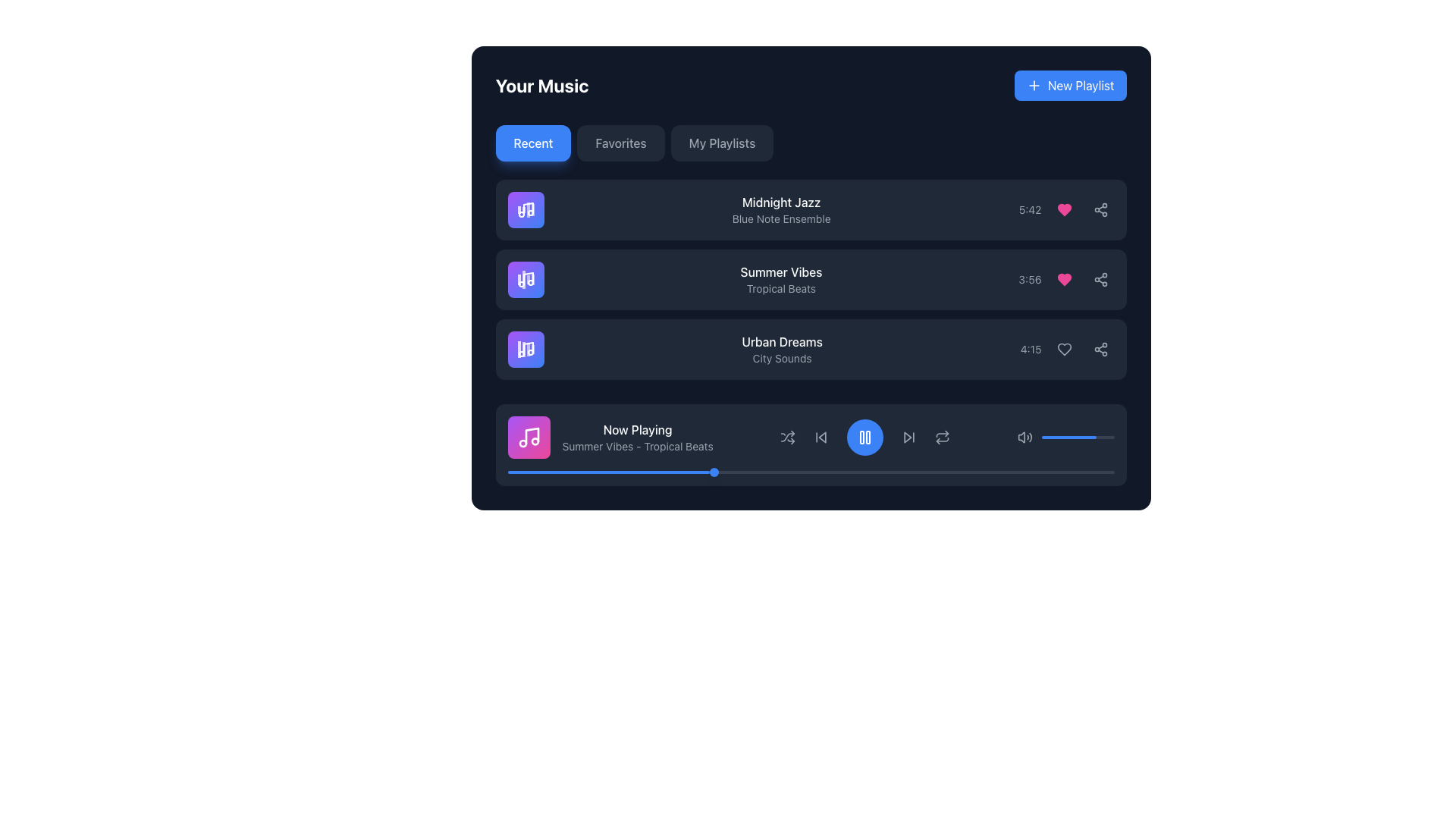  Describe the element at coordinates (810, 350) in the screenshot. I see `the third song list item card in the playlist, which is positioned below 'Summer Vibes' and above the playback control section` at that location.